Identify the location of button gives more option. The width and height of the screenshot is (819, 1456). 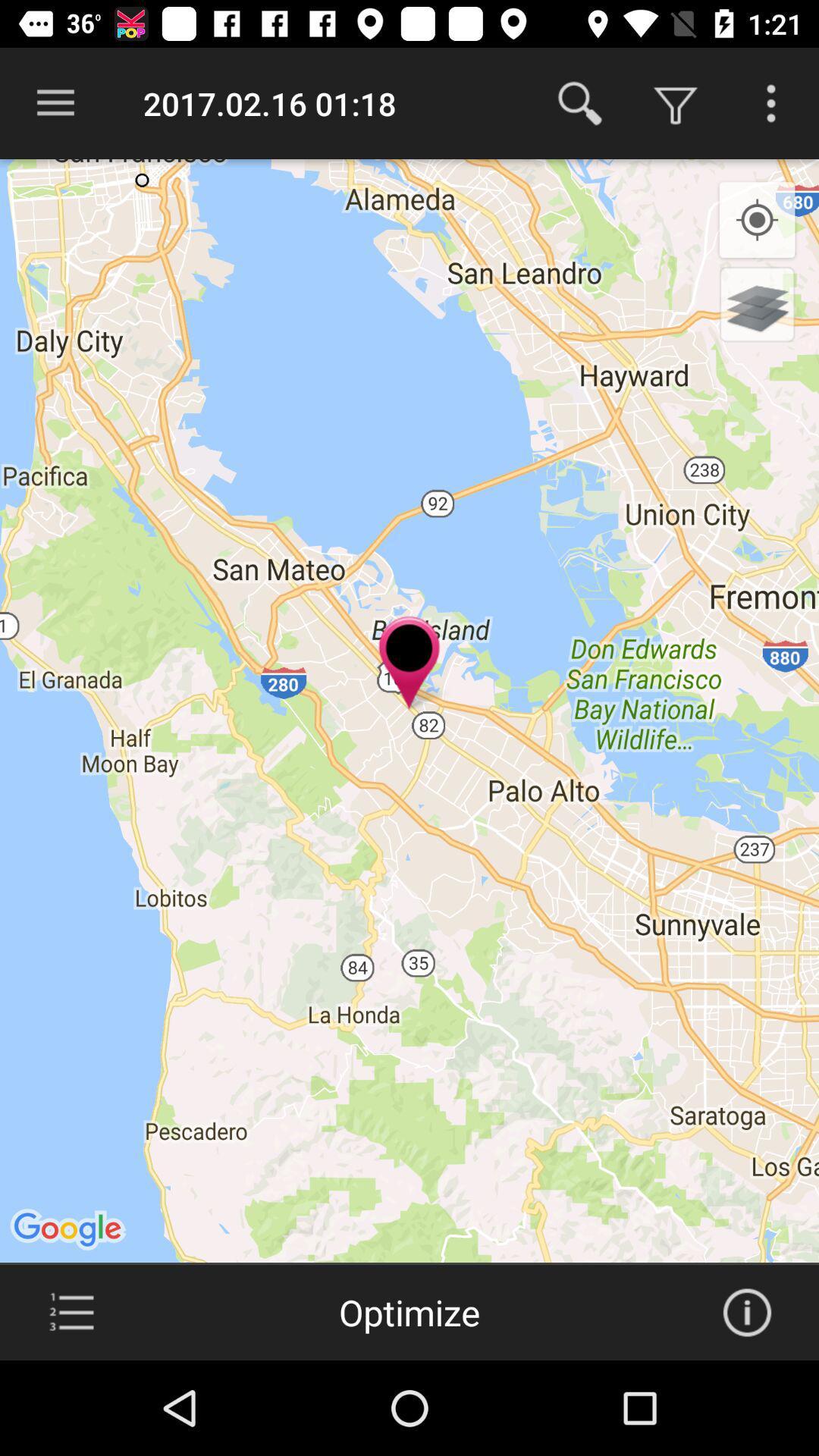
(771, 102).